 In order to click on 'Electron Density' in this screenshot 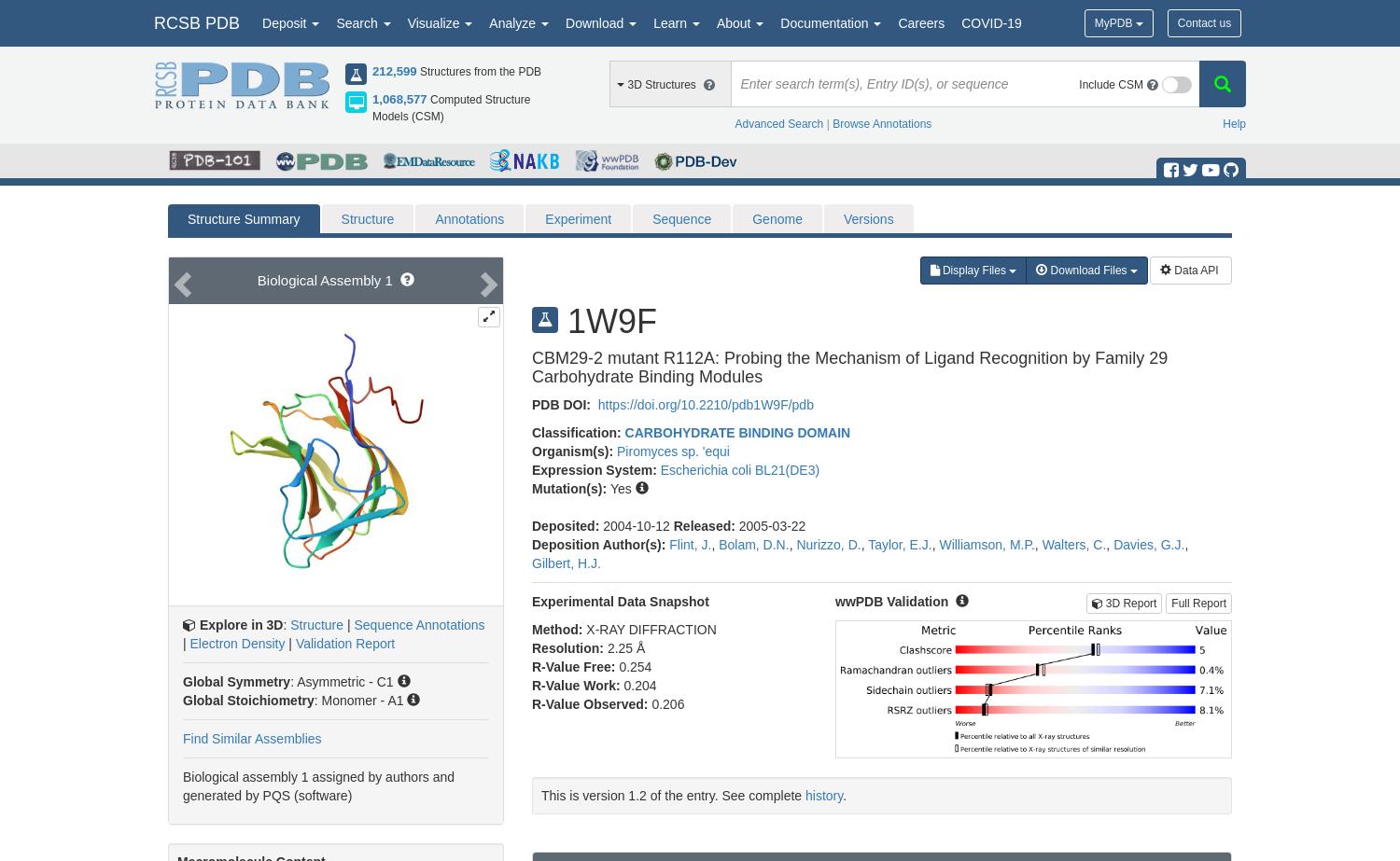, I will do `click(236, 643)`.